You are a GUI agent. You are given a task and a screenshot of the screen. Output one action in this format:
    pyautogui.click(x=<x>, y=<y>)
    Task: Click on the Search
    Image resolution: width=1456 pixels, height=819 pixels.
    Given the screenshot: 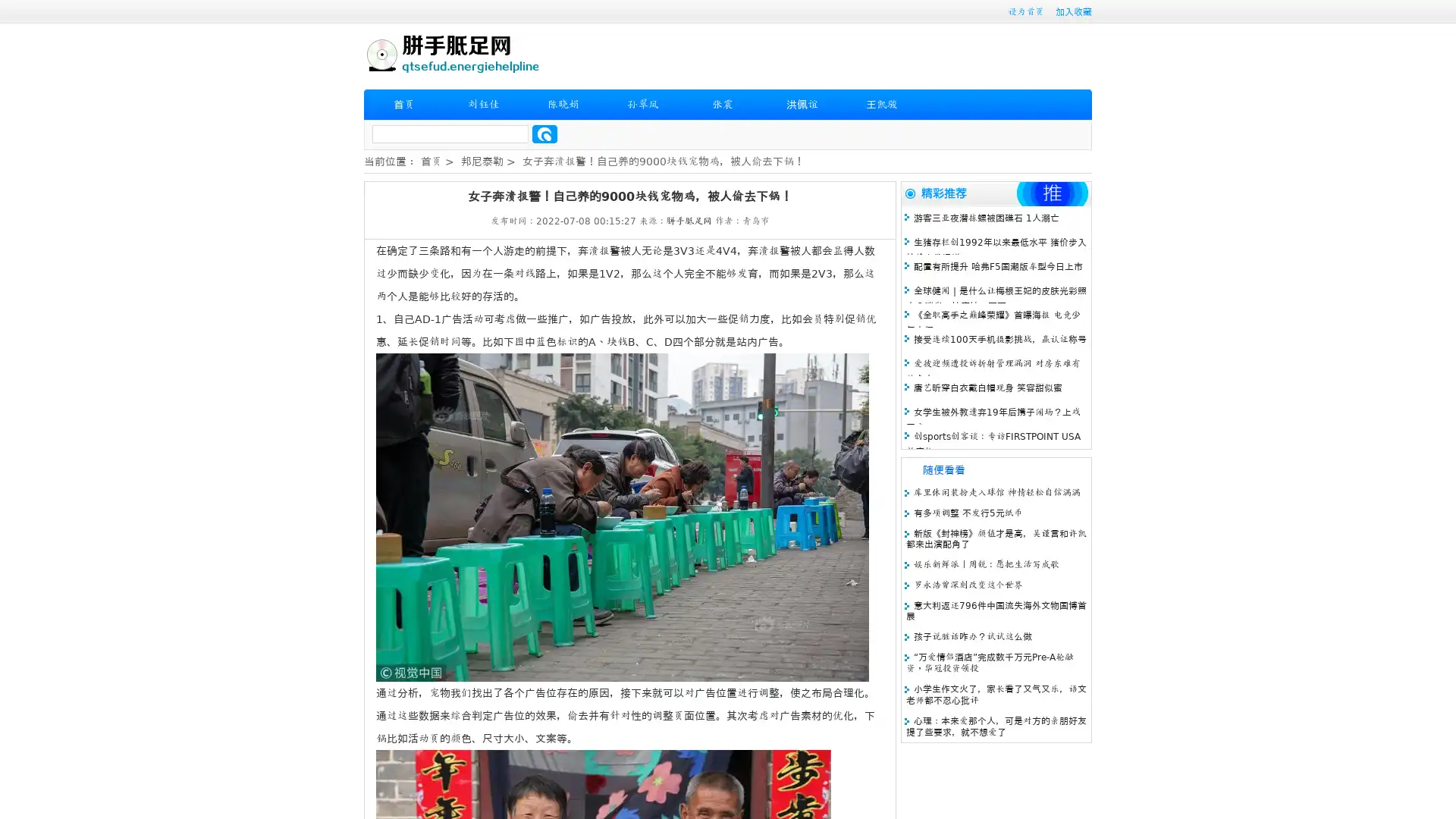 What is the action you would take?
    pyautogui.click(x=544, y=133)
    